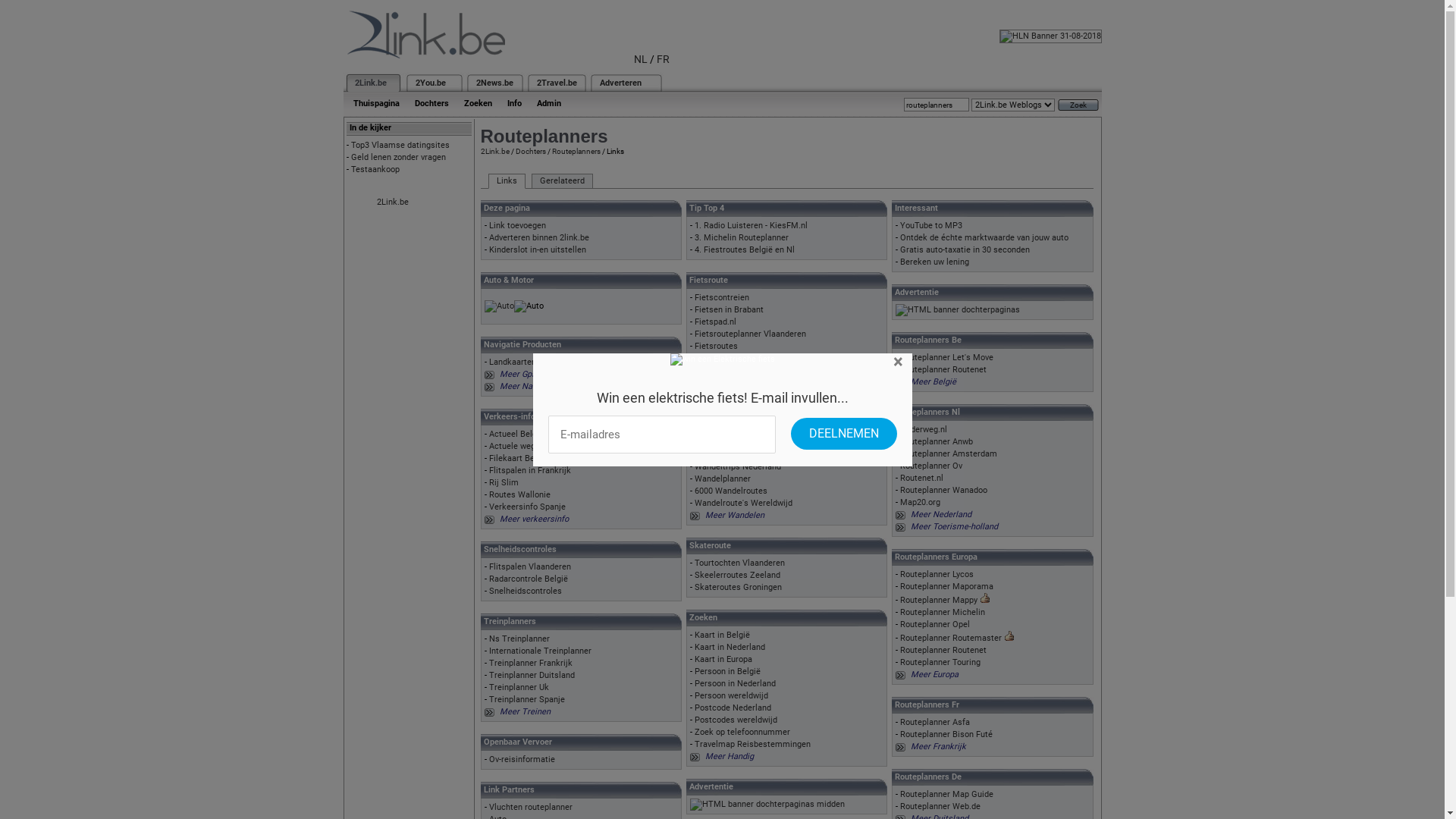 The height and width of the screenshot is (819, 1456). I want to click on 'Wandeltrips Nederland', so click(738, 466).